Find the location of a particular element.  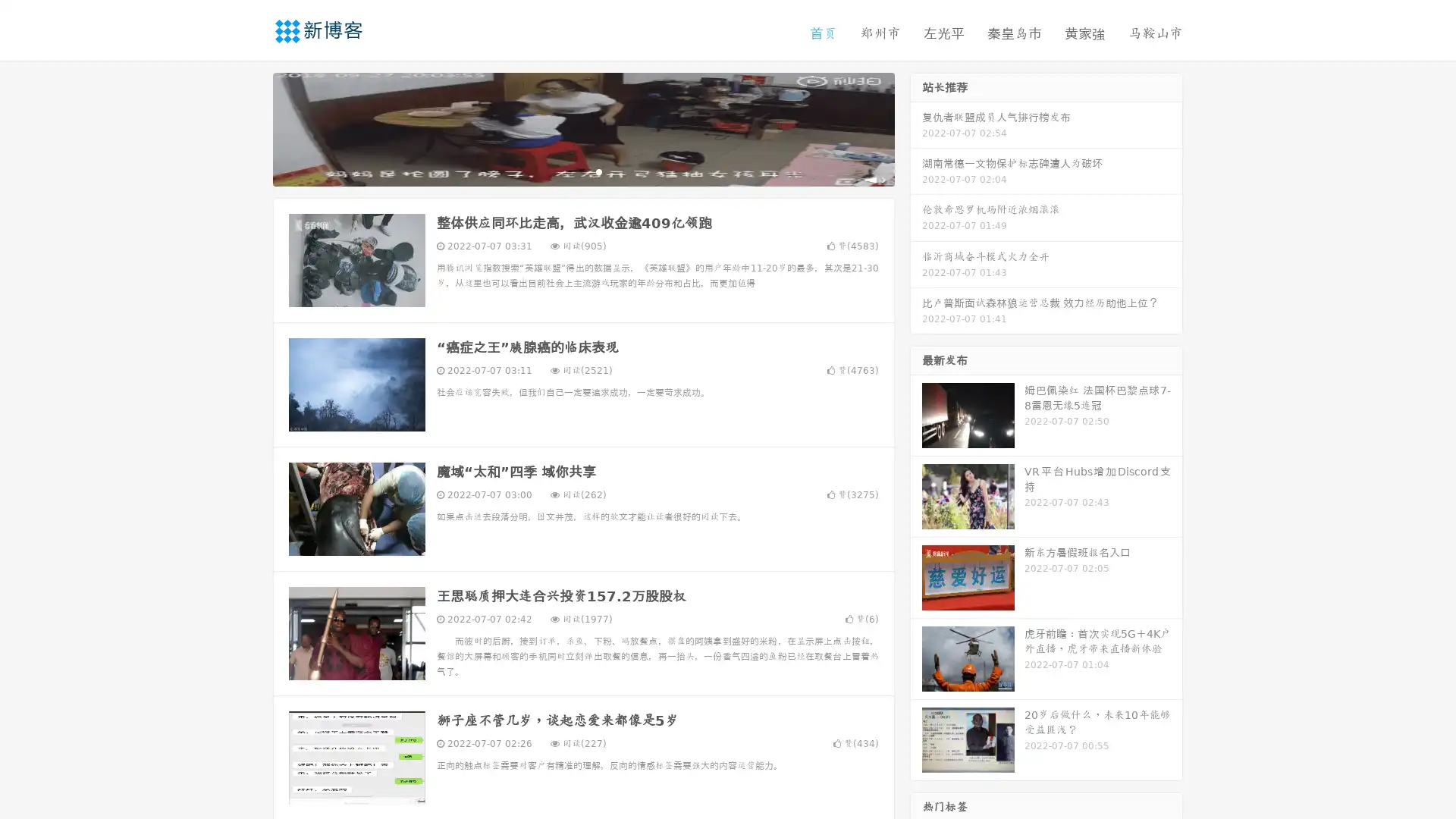

Go to slide 1 is located at coordinates (567, 171).